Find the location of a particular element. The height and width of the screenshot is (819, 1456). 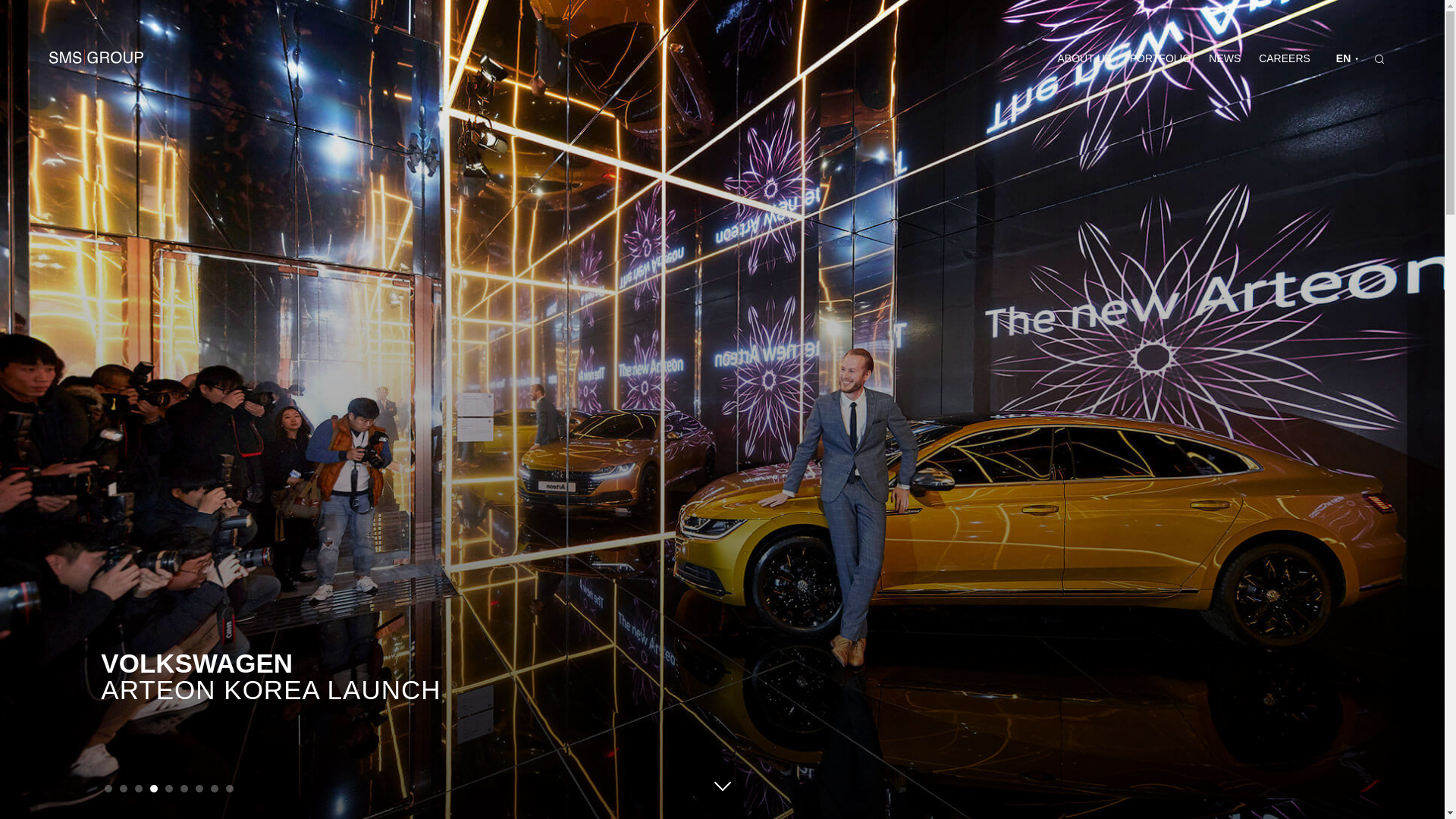

'ABOUT US' is located at coordinates (1084, 58).